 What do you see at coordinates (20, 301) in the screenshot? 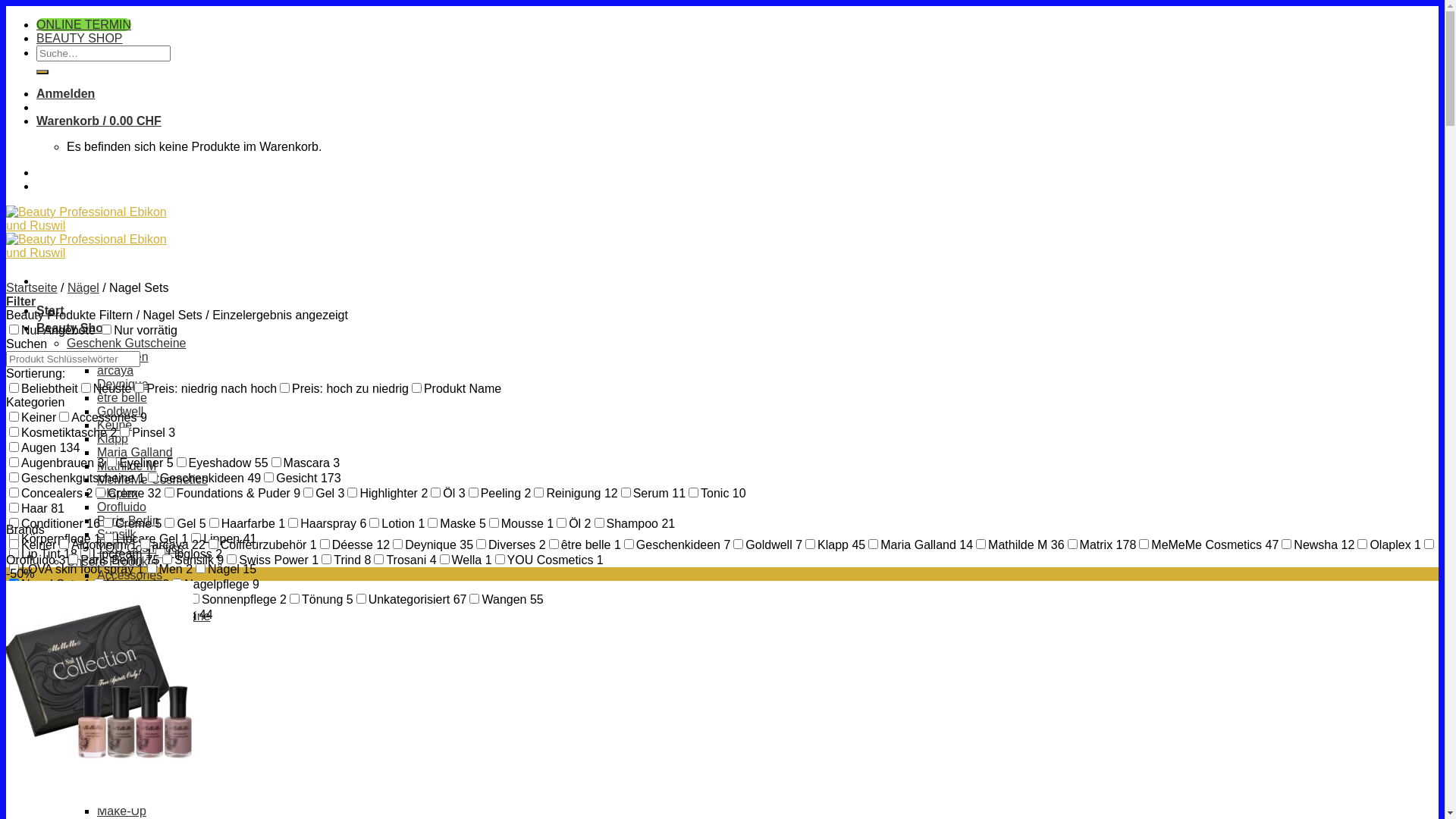
I see `'Filter'` at bounding box center [20, 301].